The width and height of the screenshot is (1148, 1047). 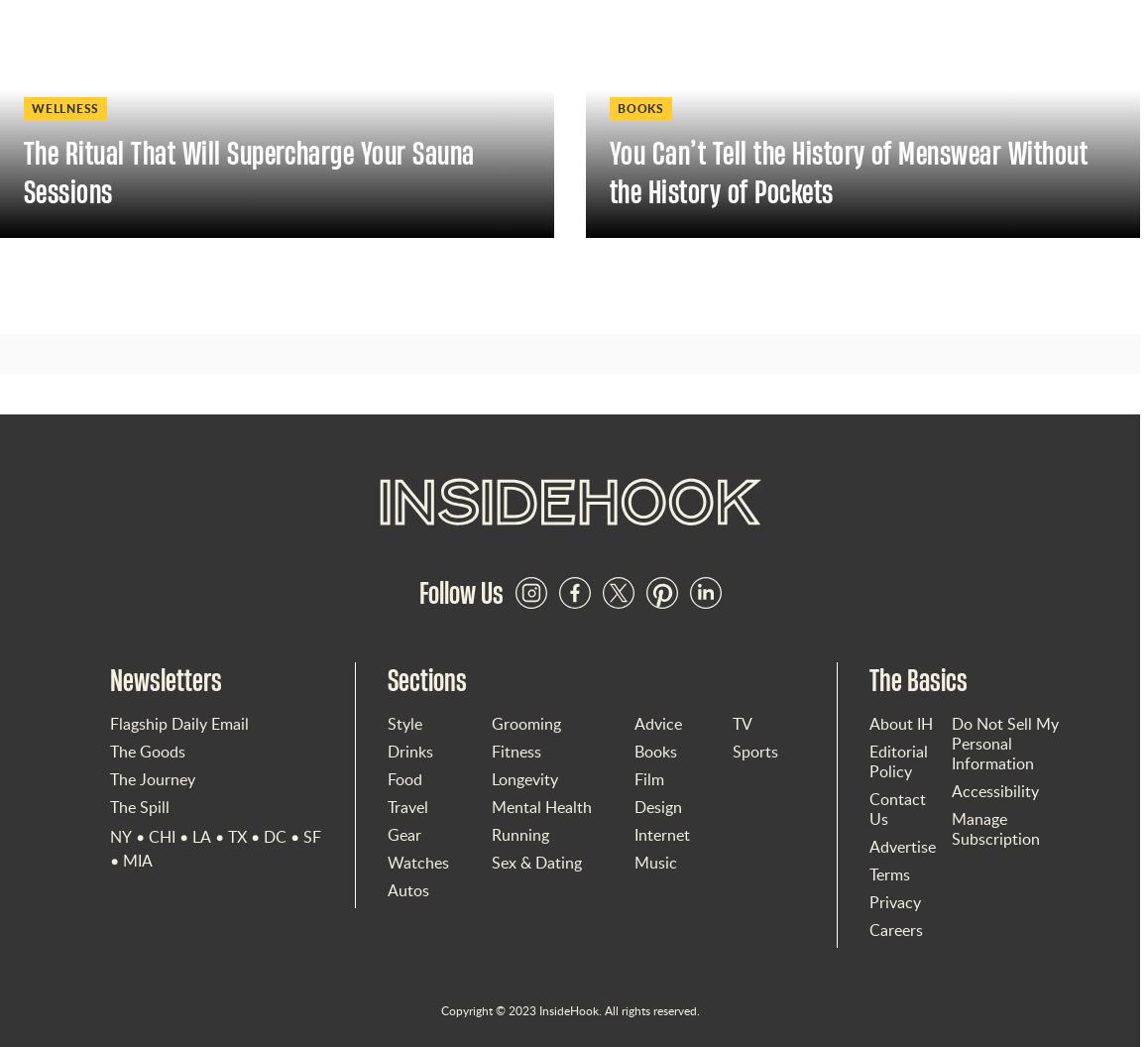 I want to click on 'Accessibility', so click(x=993, y=791).